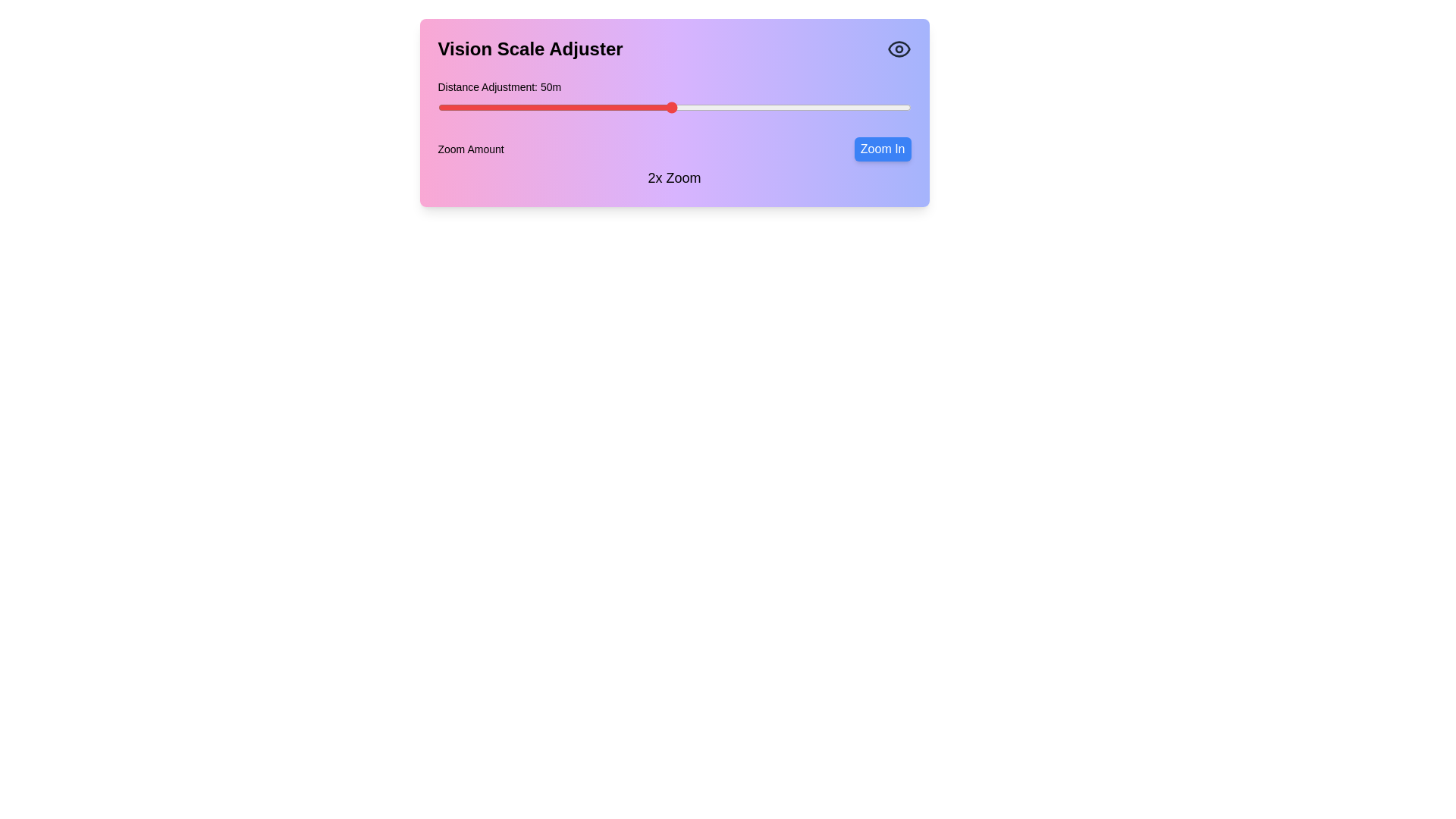 Image resolution: width=1456 pixels, height=819 pixels. I want to click on the static text label that reads 'Zoom Amount', which is positioned on the left side of the 'Zoom In' element, so click(470, 149).